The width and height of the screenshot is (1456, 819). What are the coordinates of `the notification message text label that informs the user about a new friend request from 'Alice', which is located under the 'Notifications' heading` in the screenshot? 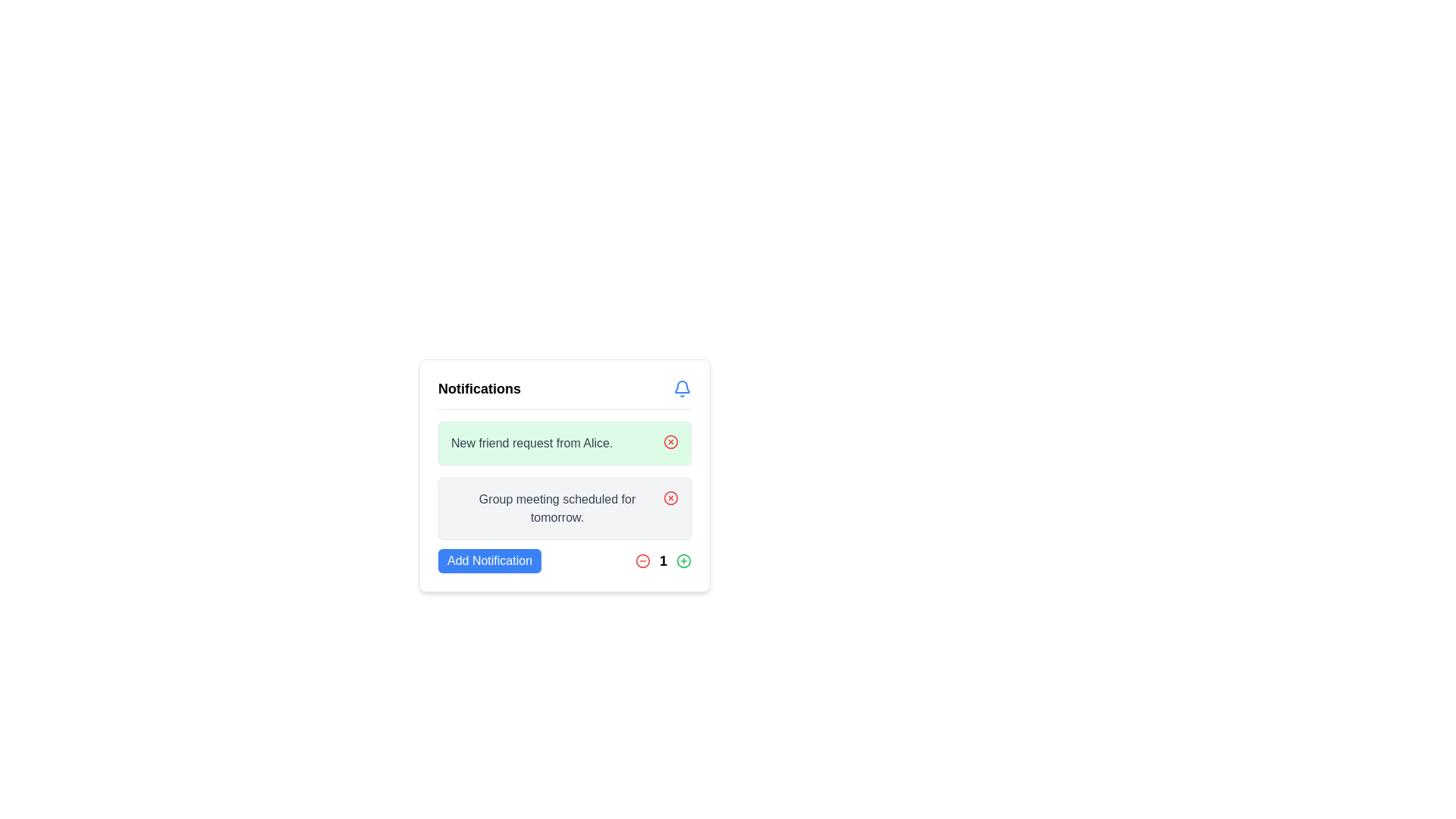 It's located at (532, 444).